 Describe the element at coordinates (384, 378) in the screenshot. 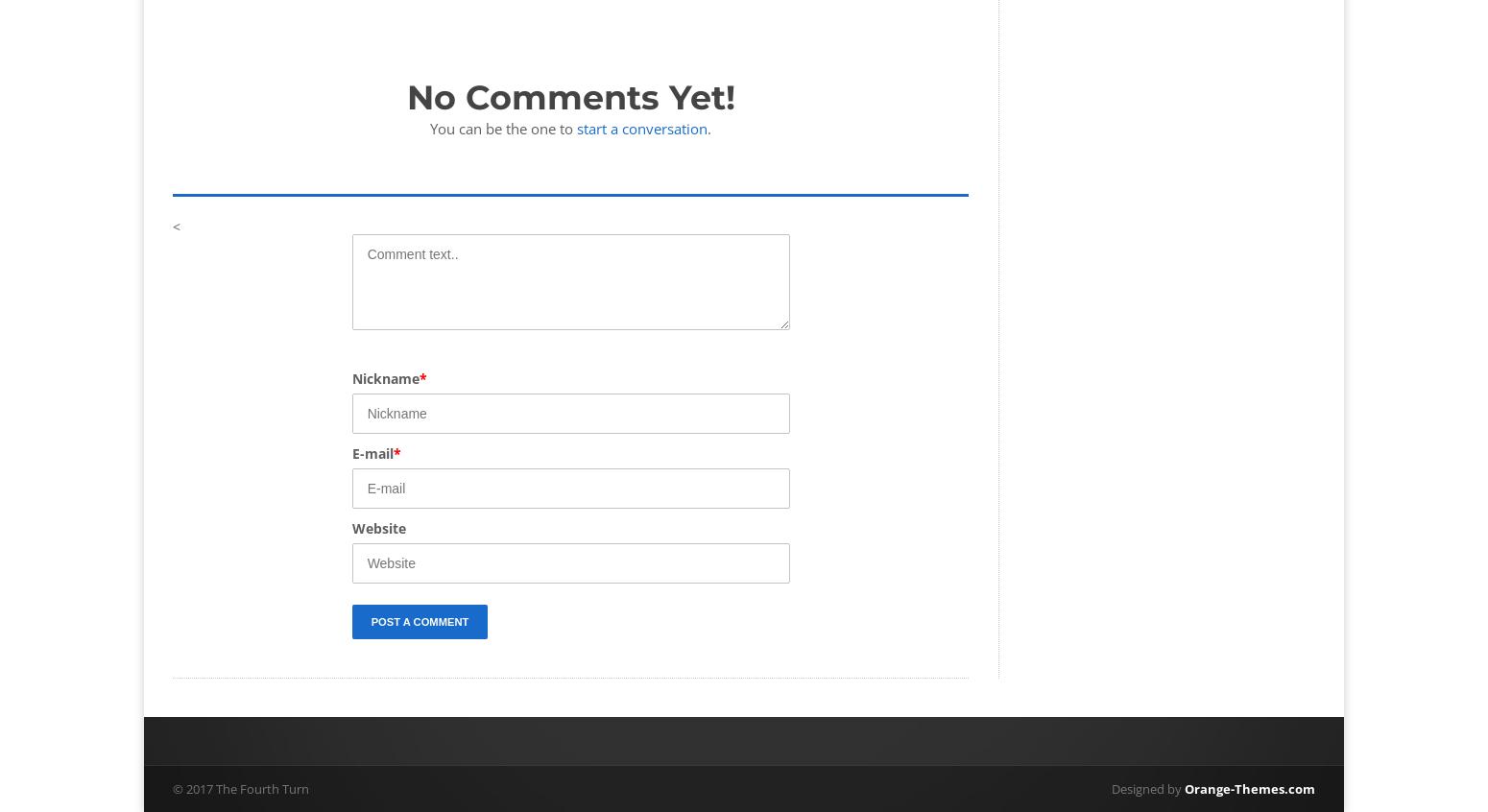

I see `'Nickname'` at that location.